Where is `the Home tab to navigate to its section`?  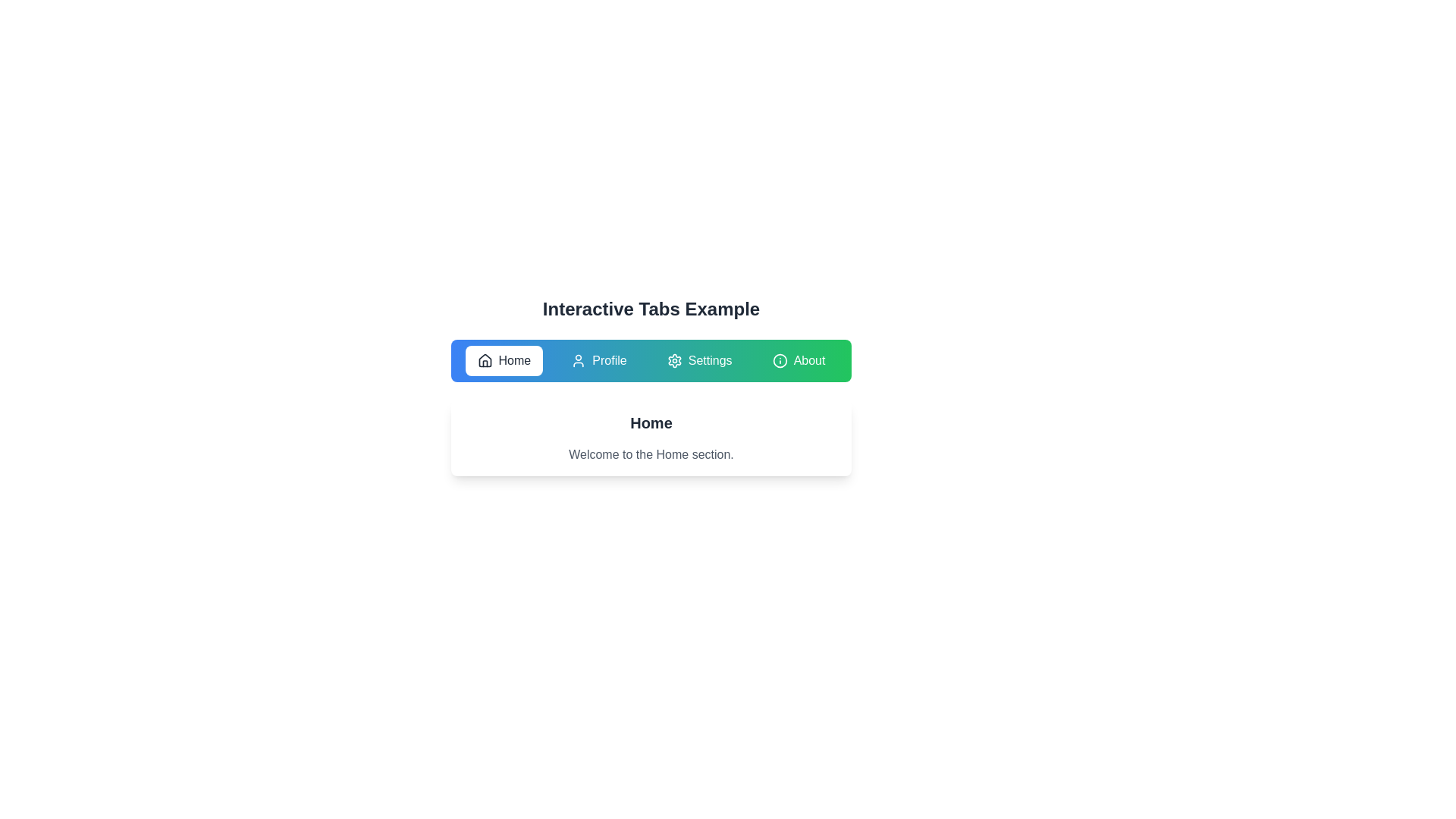
the Home tab to navigate to its section is located at coordinates (504, 360).